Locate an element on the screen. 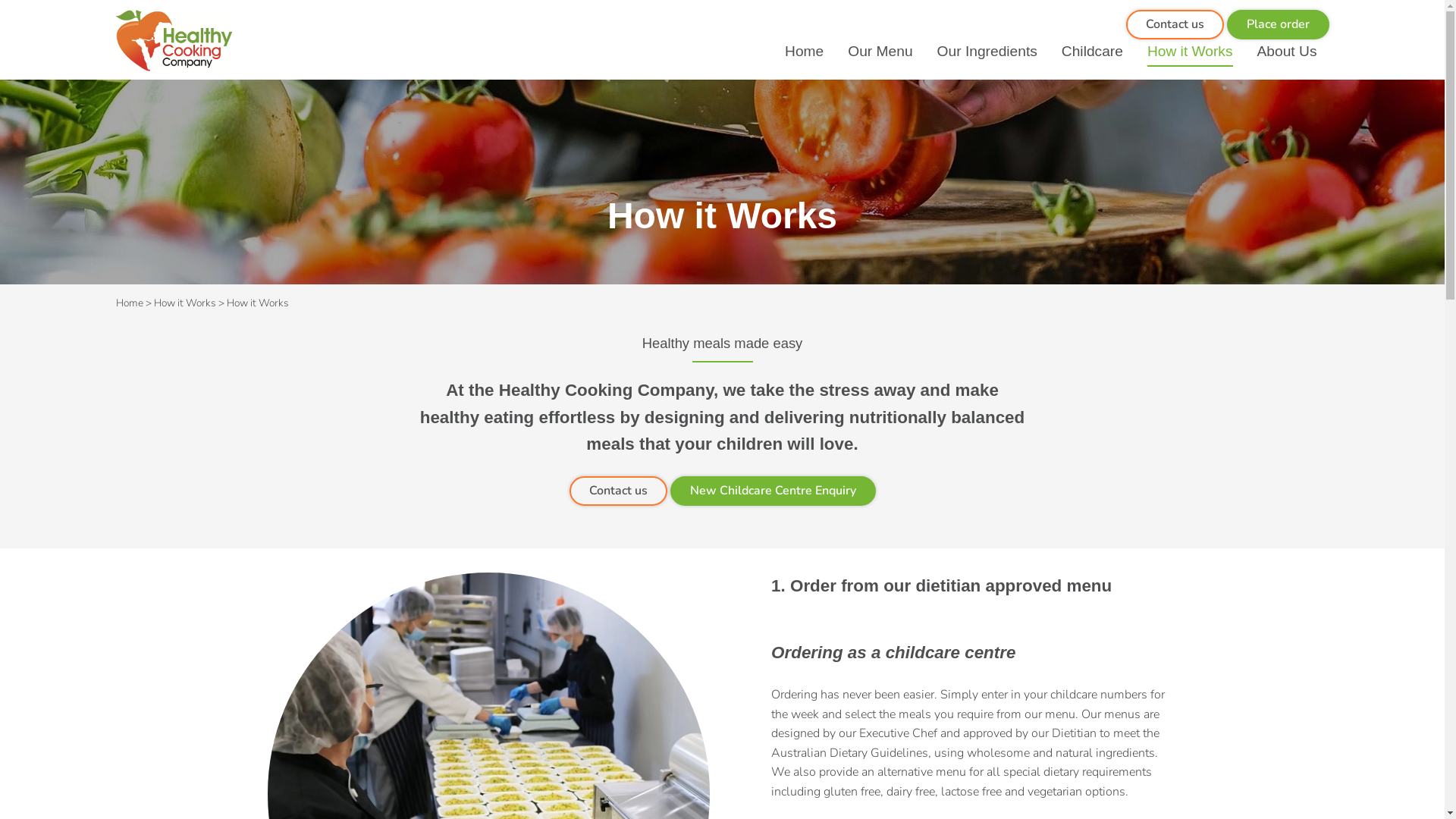 Image resolution: width=1456 pixels, height=819 pixels. 'Home' is located at coordinates (128, 303).